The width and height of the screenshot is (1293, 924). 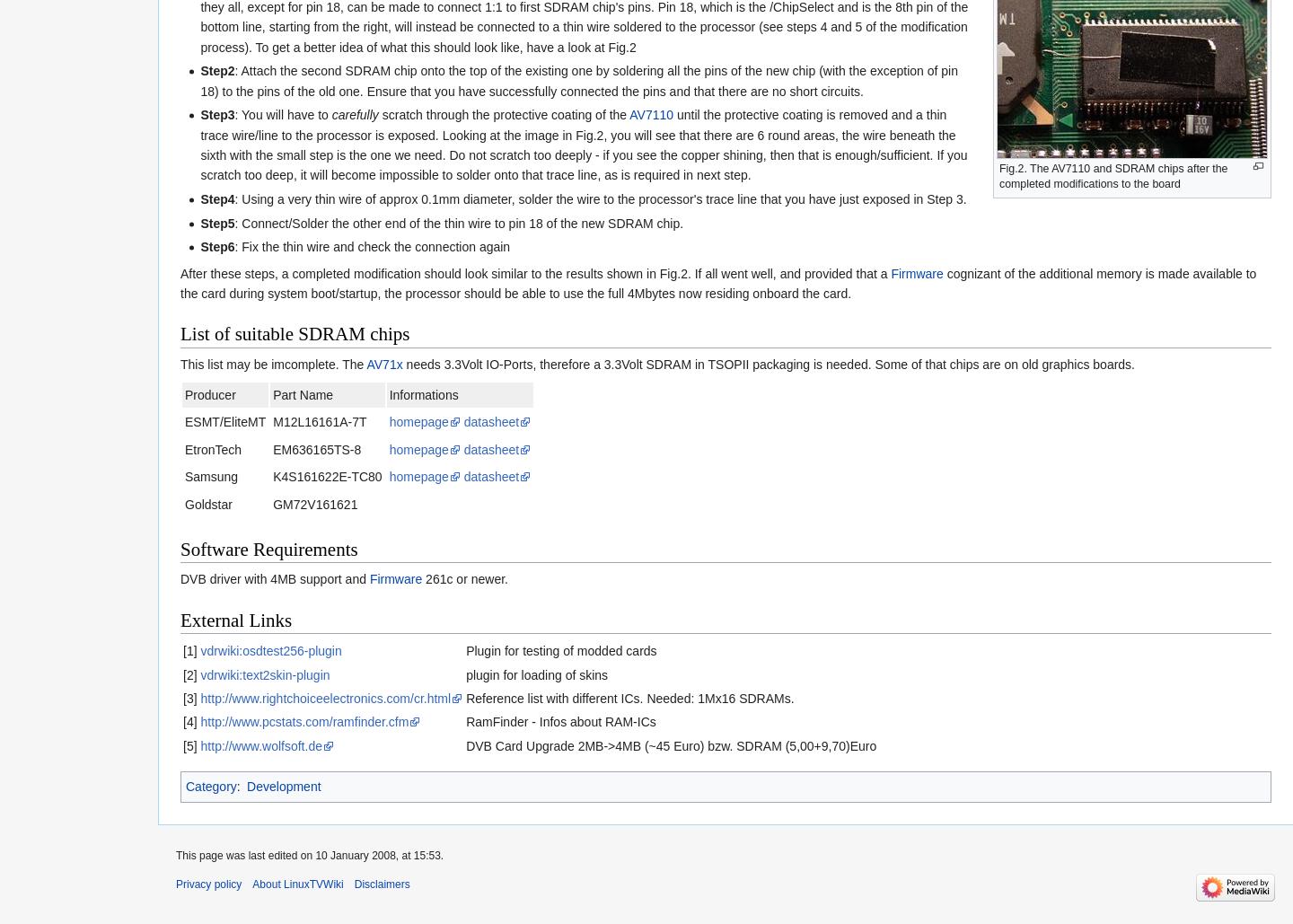 I want to click on 'Part Name', so click(x=303, y=394).